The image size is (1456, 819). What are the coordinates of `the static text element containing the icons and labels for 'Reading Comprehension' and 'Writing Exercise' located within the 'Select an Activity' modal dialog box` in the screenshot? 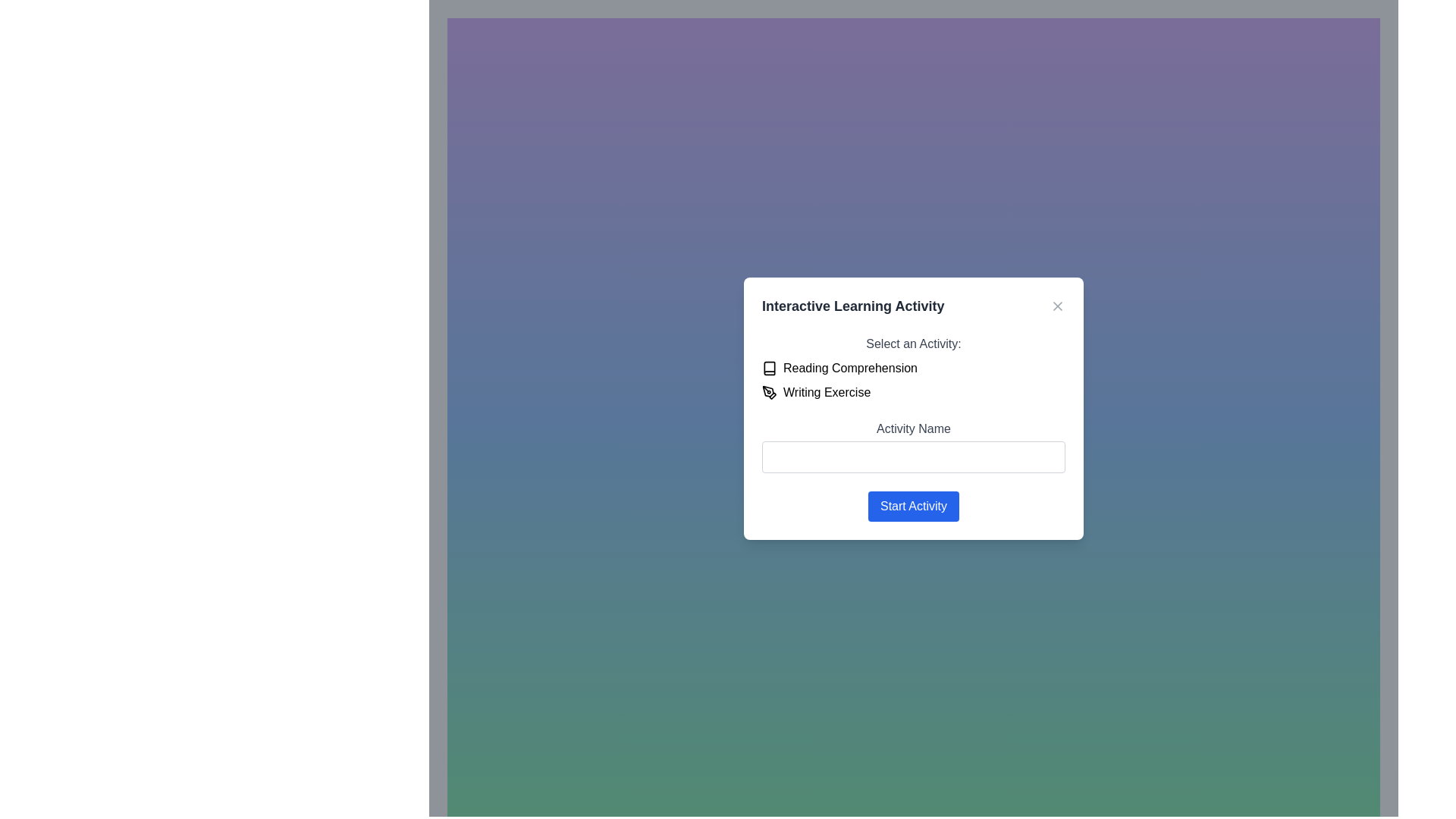 It's located at (912, 379).